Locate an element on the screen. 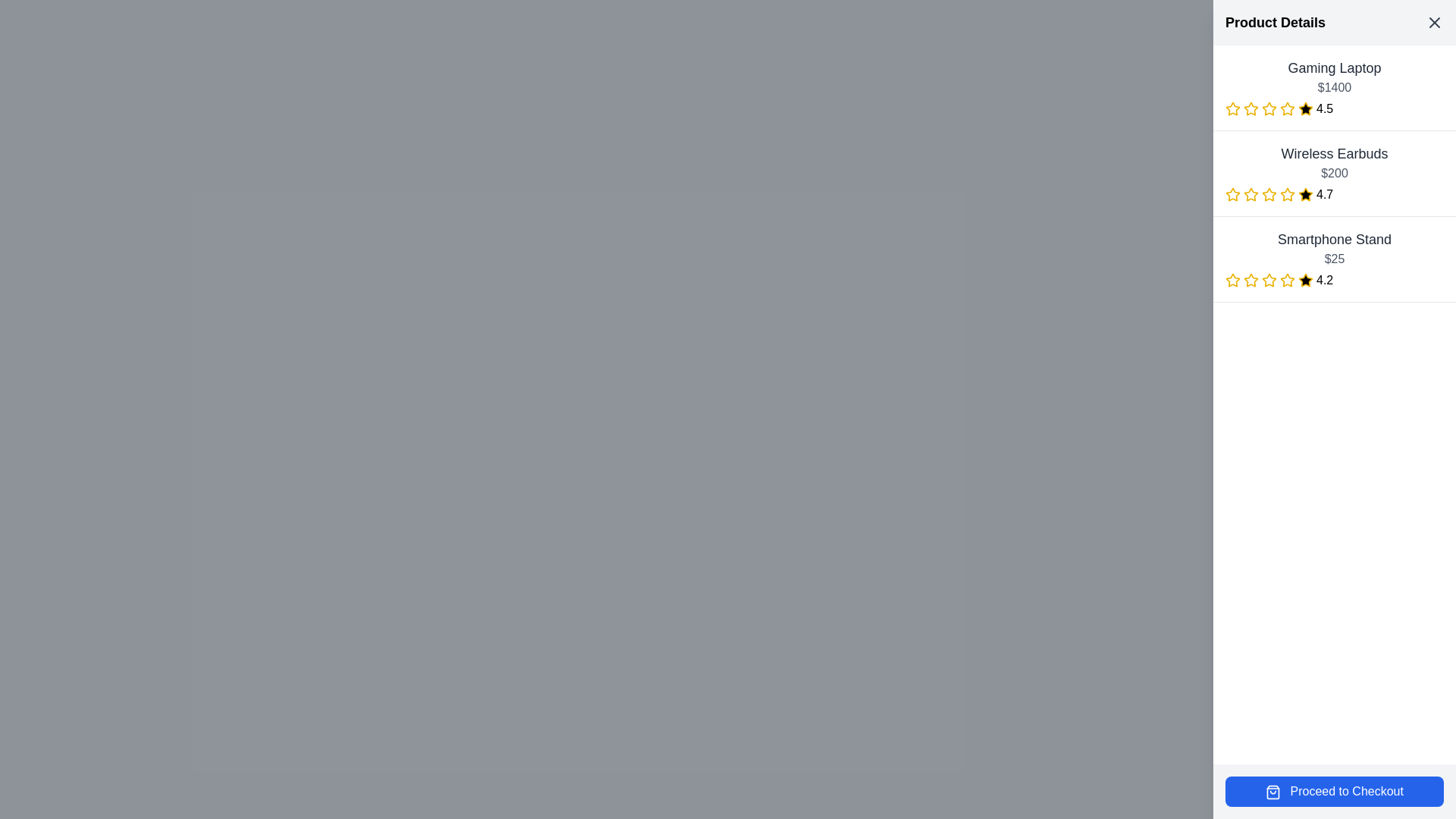 The width and height of the screenshot is (1456, 819). the second star in the horizontal rating row for the 'Gaming Laptop' product is located at coordinates (1251, 108).